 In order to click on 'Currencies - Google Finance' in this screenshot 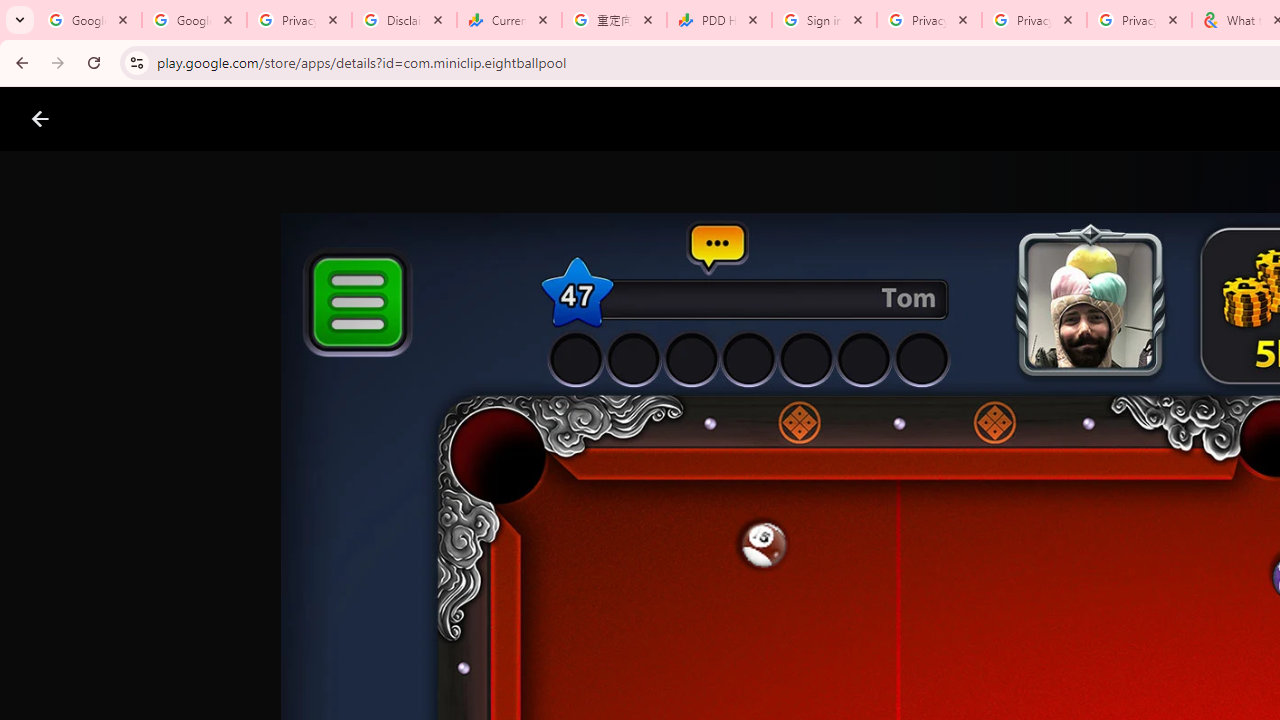, I will do `click(509, 20)`.